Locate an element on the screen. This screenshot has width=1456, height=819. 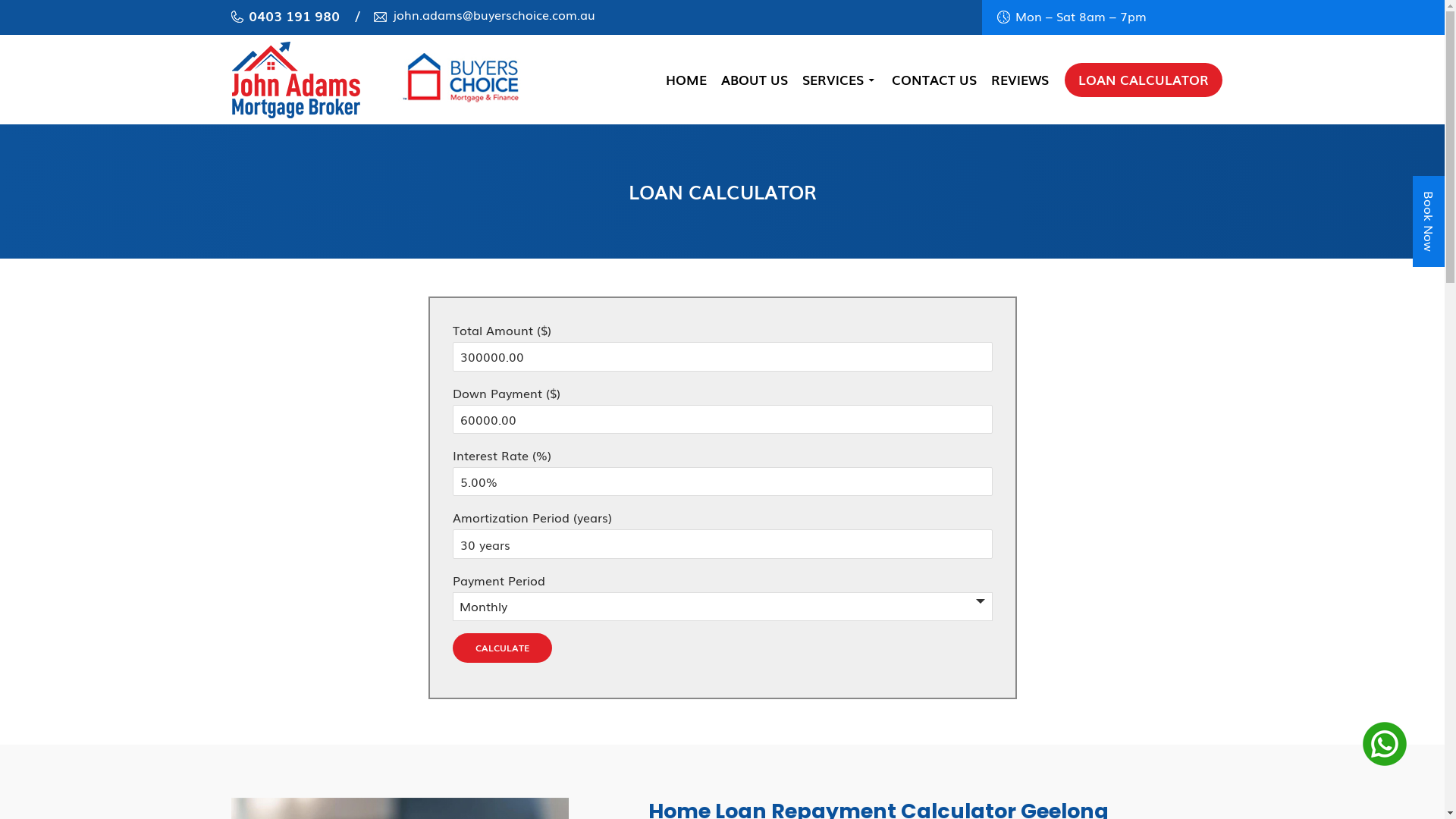
'SERVICES' is located at coordinates (839, 79).